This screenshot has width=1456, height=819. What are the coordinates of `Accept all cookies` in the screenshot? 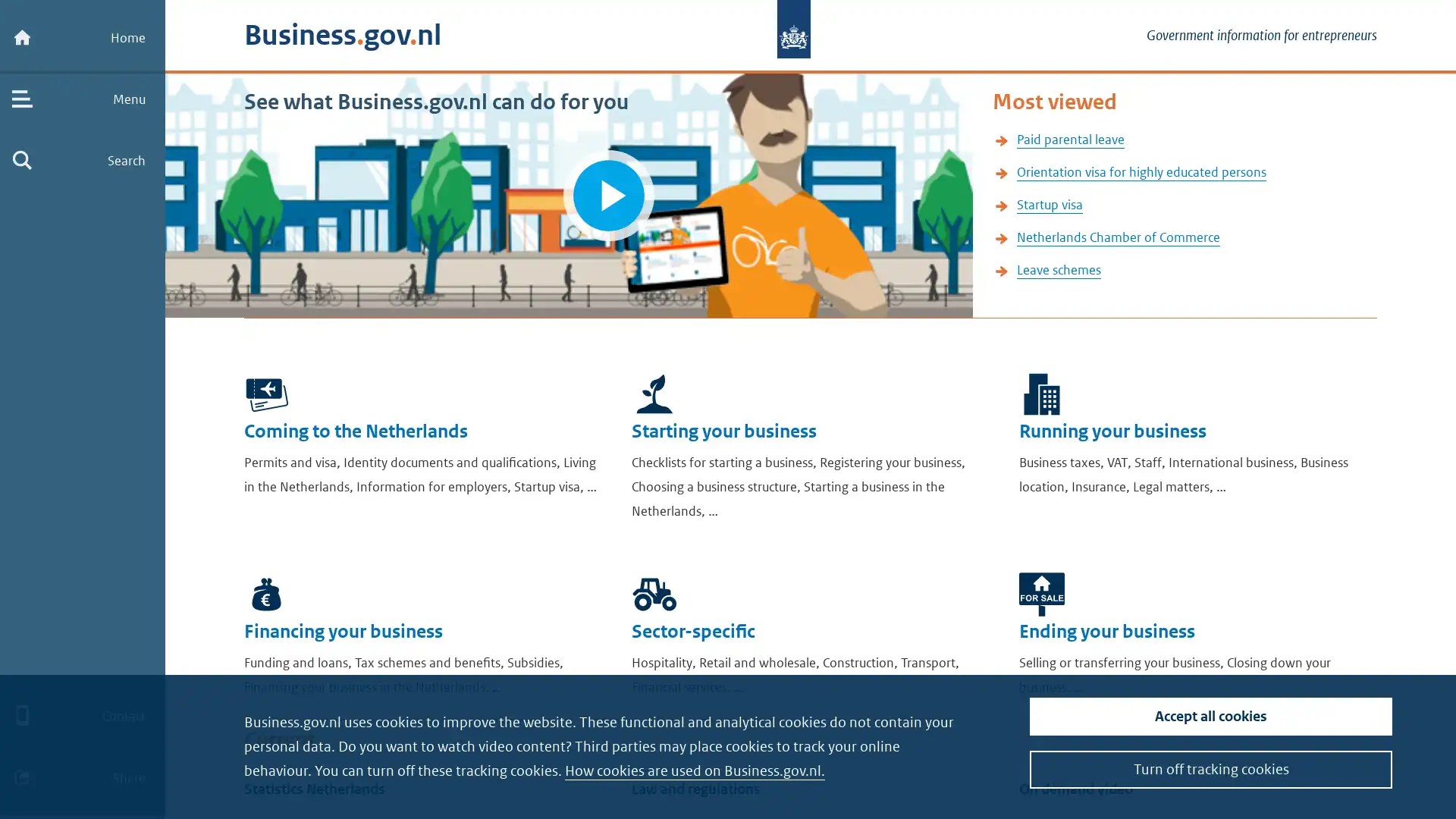 It's located at (1210, 716).